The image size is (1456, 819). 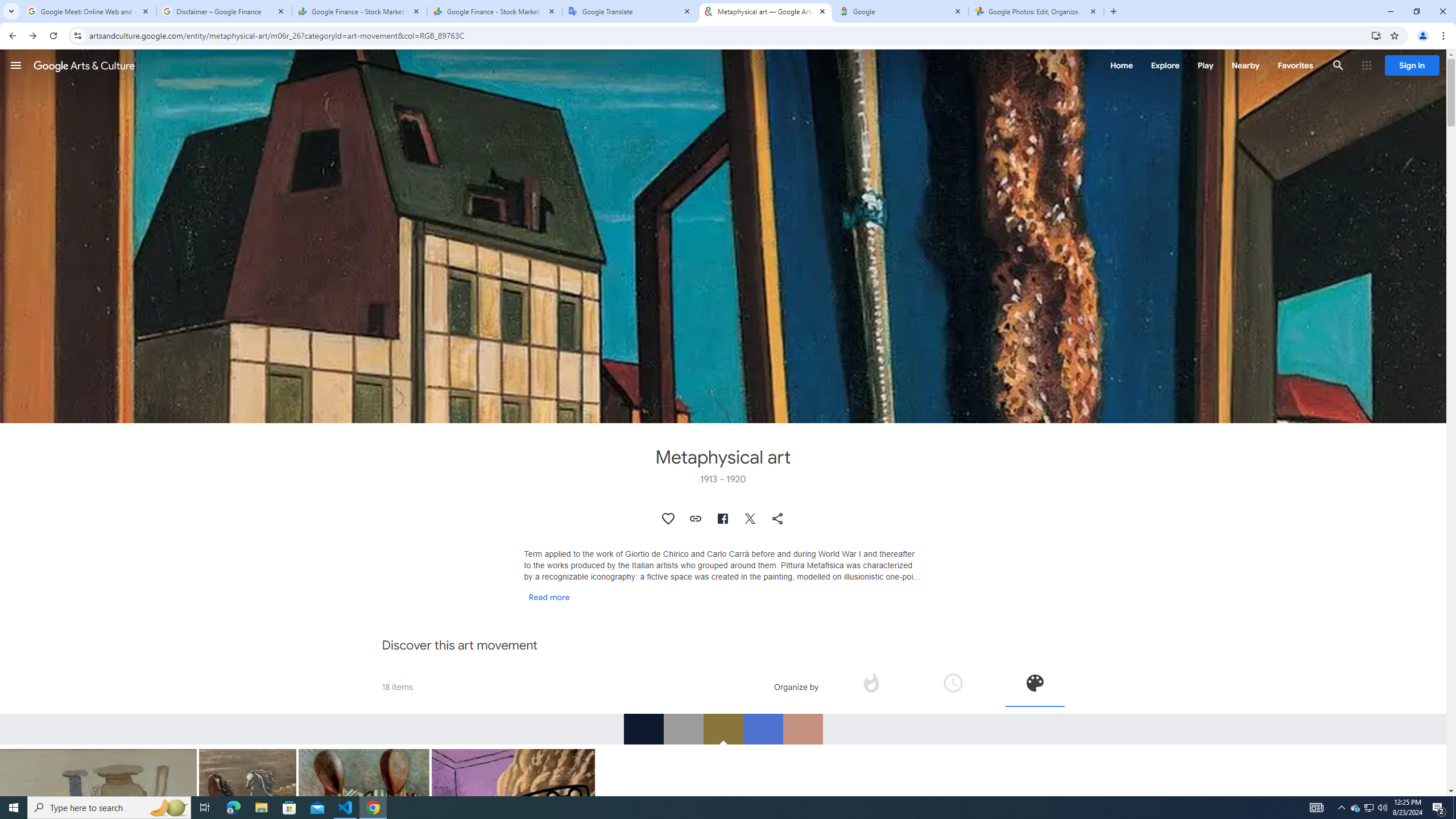 I want to click on 'Still life', so click(x=99, y=819).